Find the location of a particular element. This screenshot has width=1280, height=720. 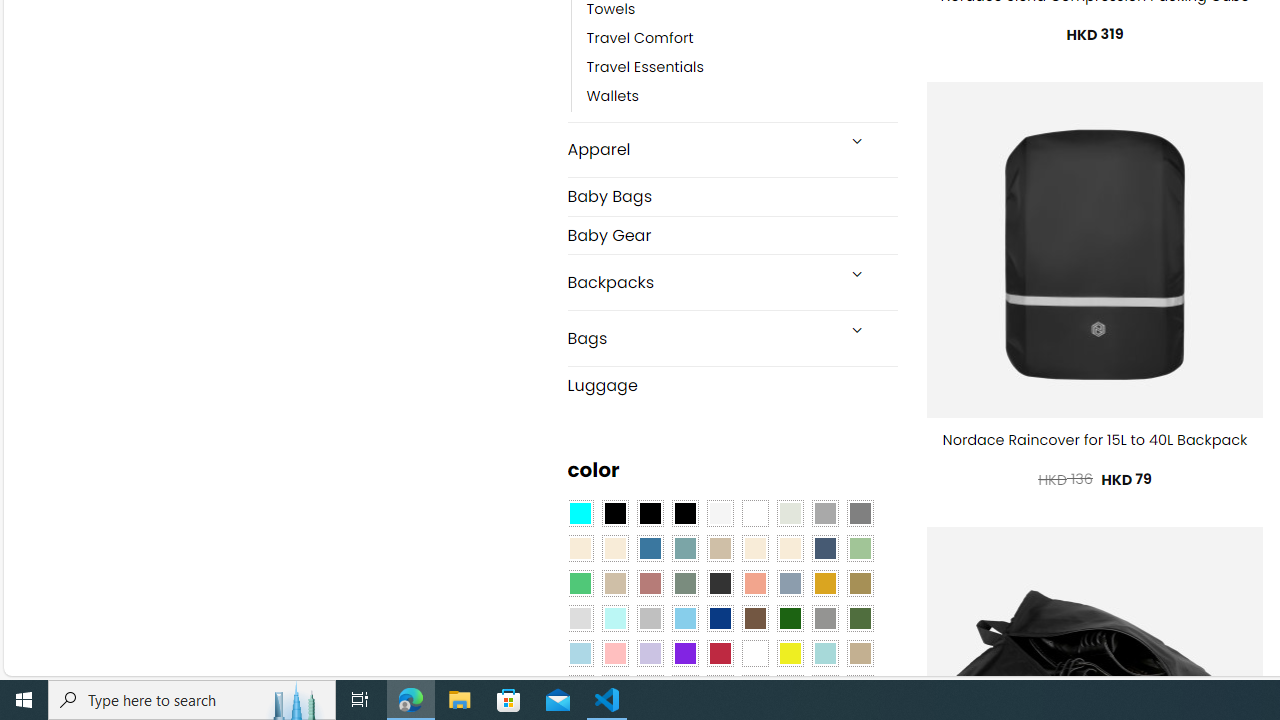

'Hale Navy' is located at coordinates (824, 549).